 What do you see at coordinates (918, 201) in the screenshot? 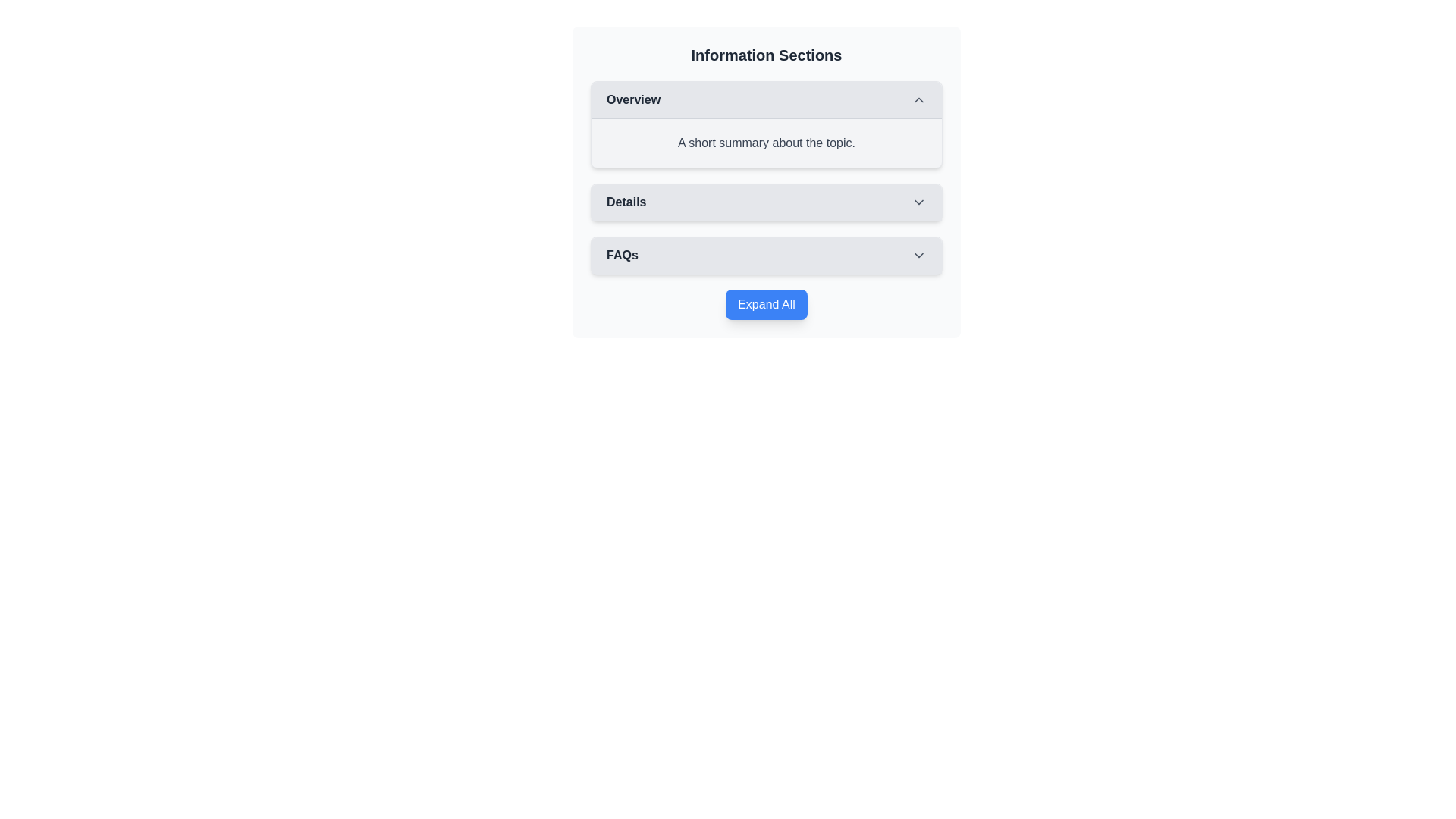
I see `the downward-facing chevron icon in the light-gray header section labeled 'Details'` at bounding box center [918, 201].